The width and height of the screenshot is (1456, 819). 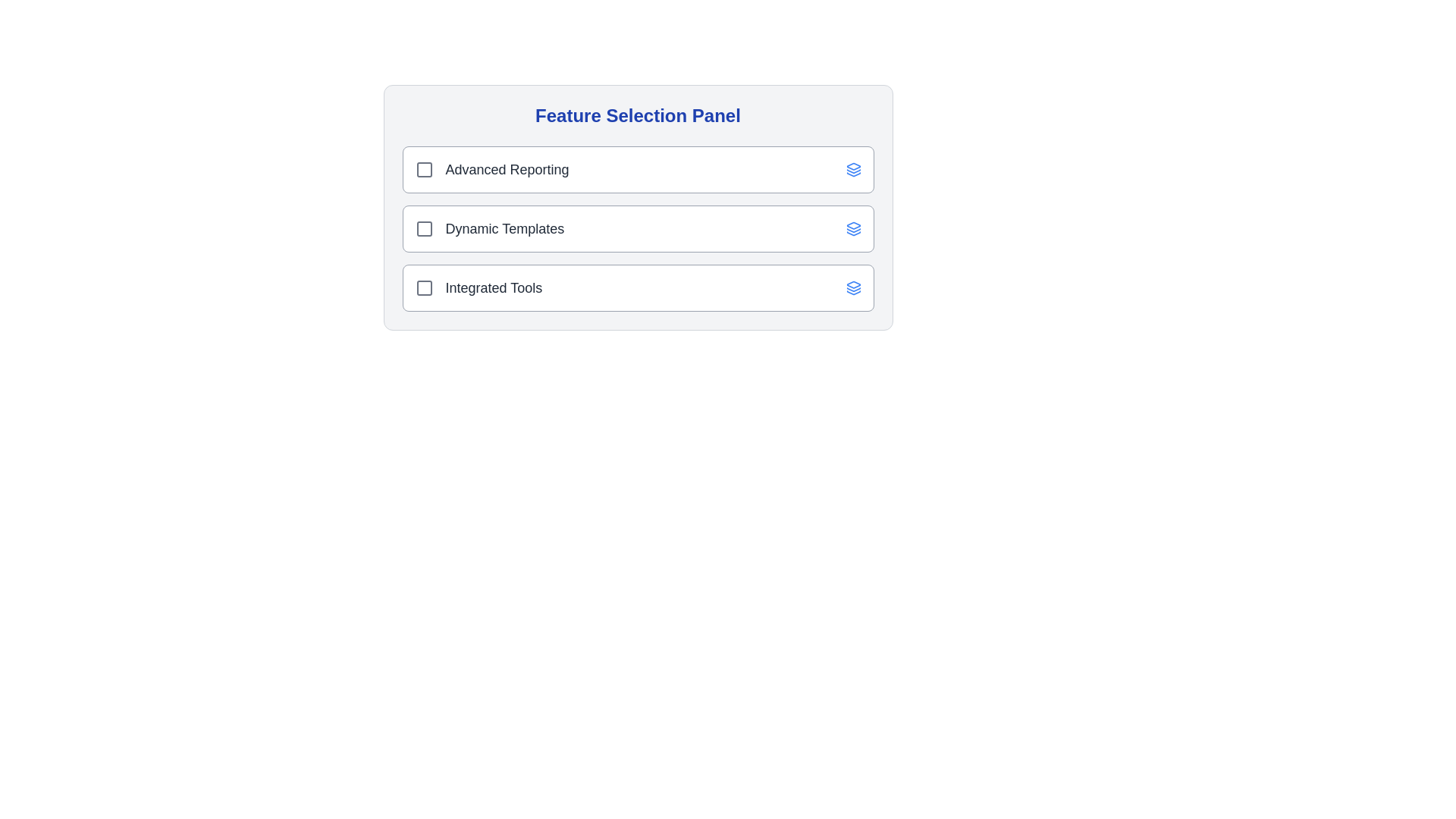 I want to click on the blue icon resembling stacked layers, which is the last component in the row labeled 'Dynamic Templates', so click(x=853, y=228).